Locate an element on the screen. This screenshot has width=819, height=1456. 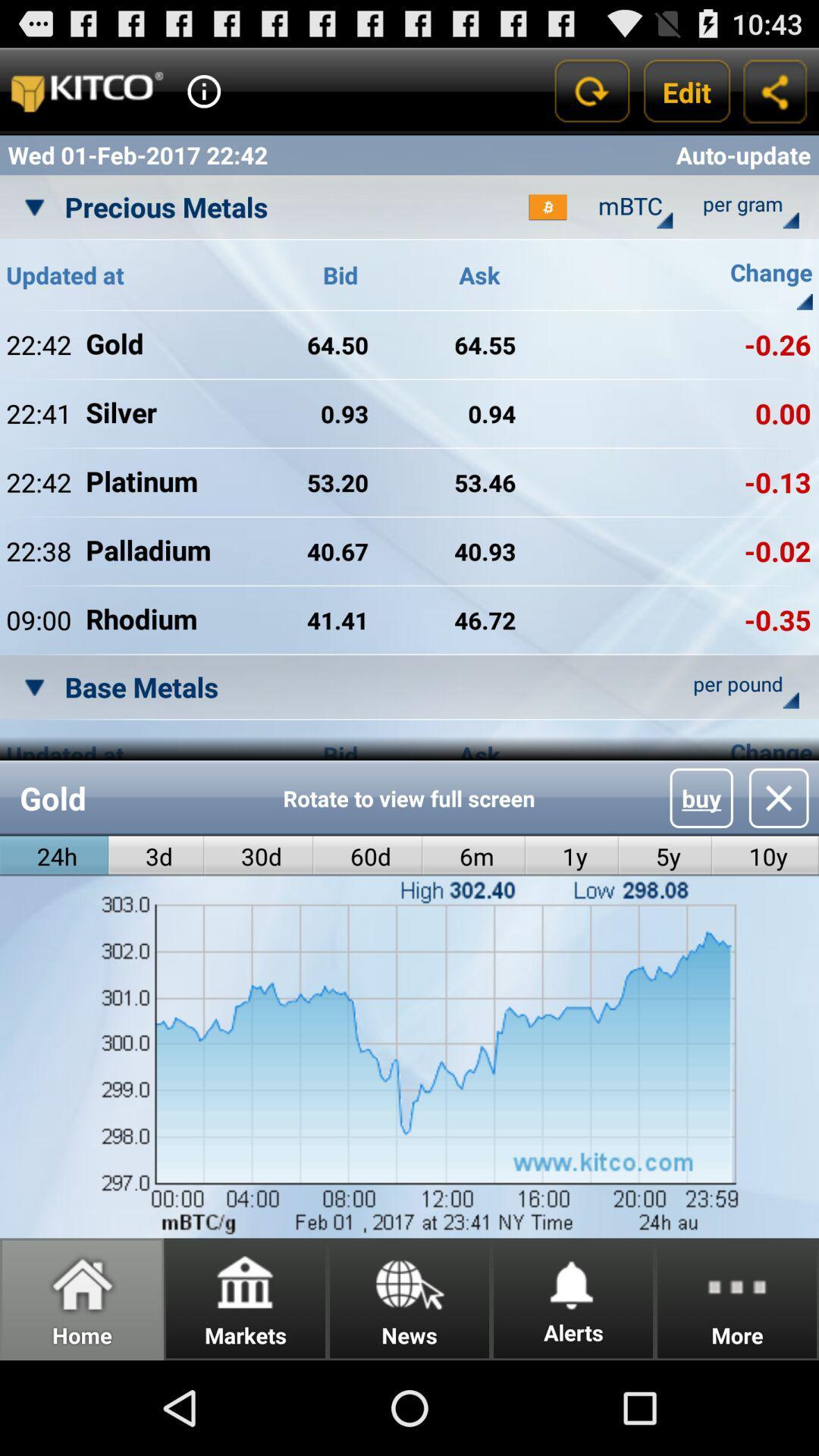
30d icon is located at coordinates (258, 856).